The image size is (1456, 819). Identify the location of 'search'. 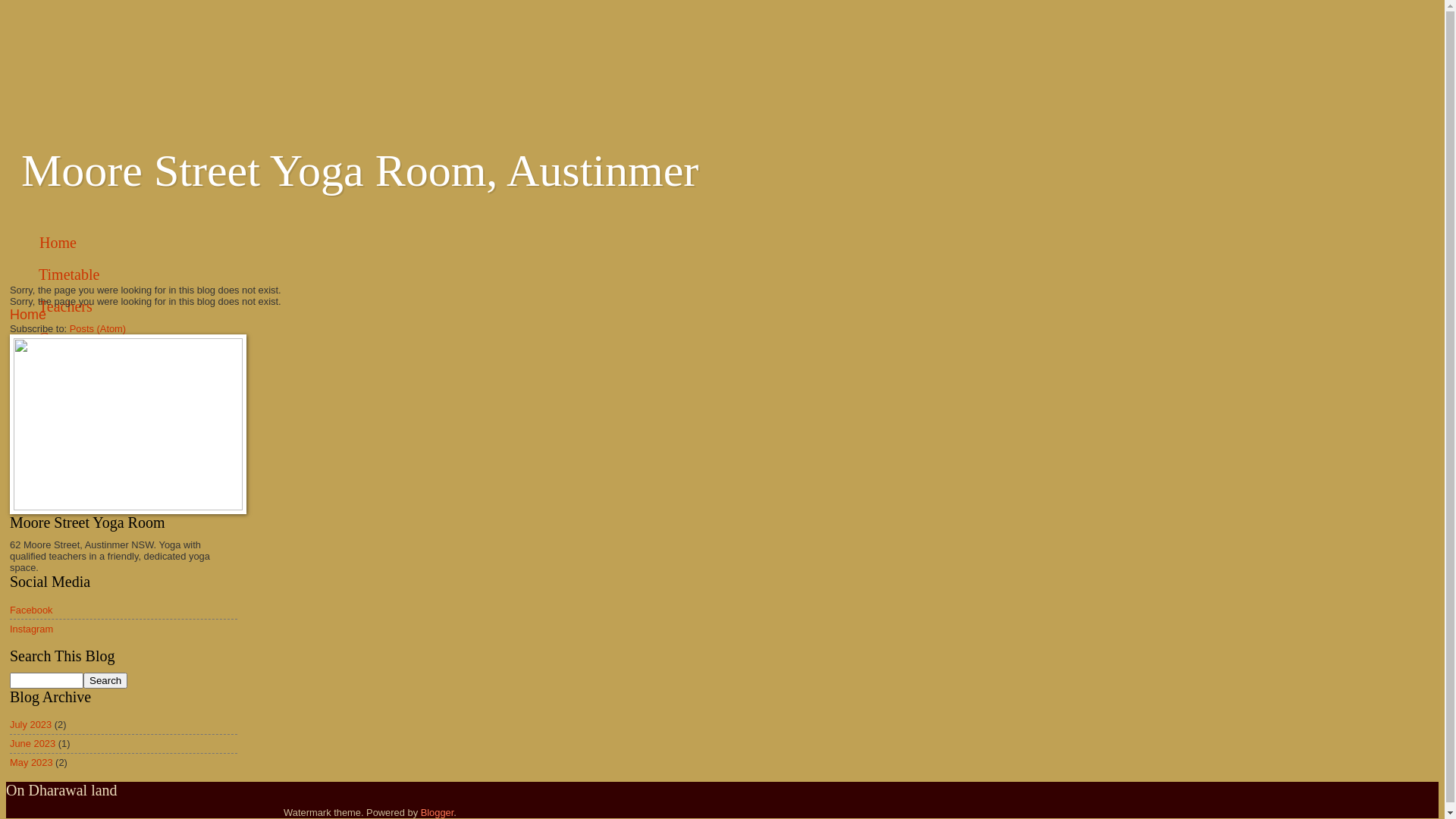
(105, 679).